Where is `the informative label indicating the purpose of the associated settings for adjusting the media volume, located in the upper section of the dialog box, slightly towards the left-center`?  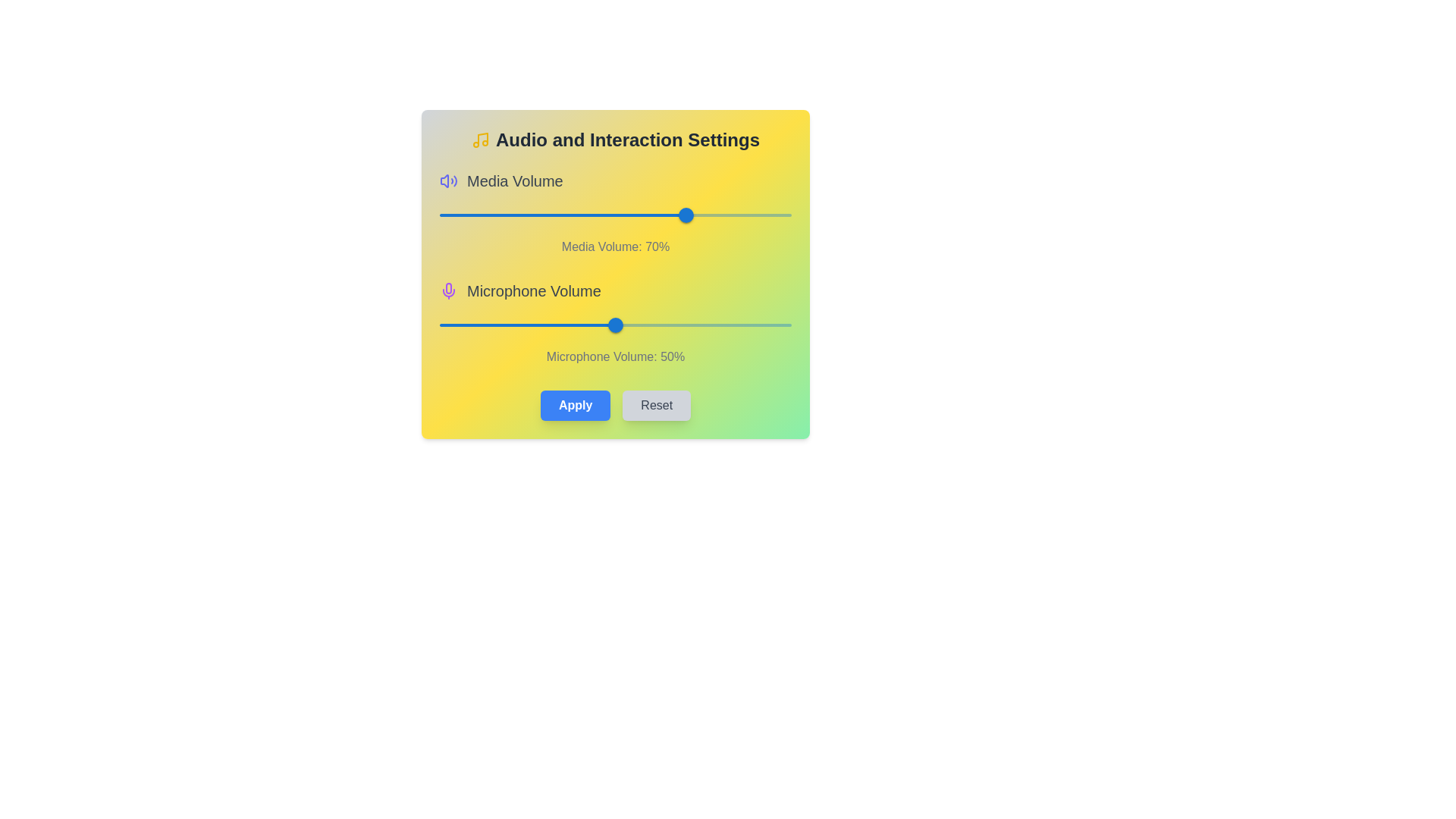
the informative label indicating the purpose of the associated settings for adjusting the media volume, located in the upper section of the dialog box, slightly towards the left-center is located at coordinates (515, 180).